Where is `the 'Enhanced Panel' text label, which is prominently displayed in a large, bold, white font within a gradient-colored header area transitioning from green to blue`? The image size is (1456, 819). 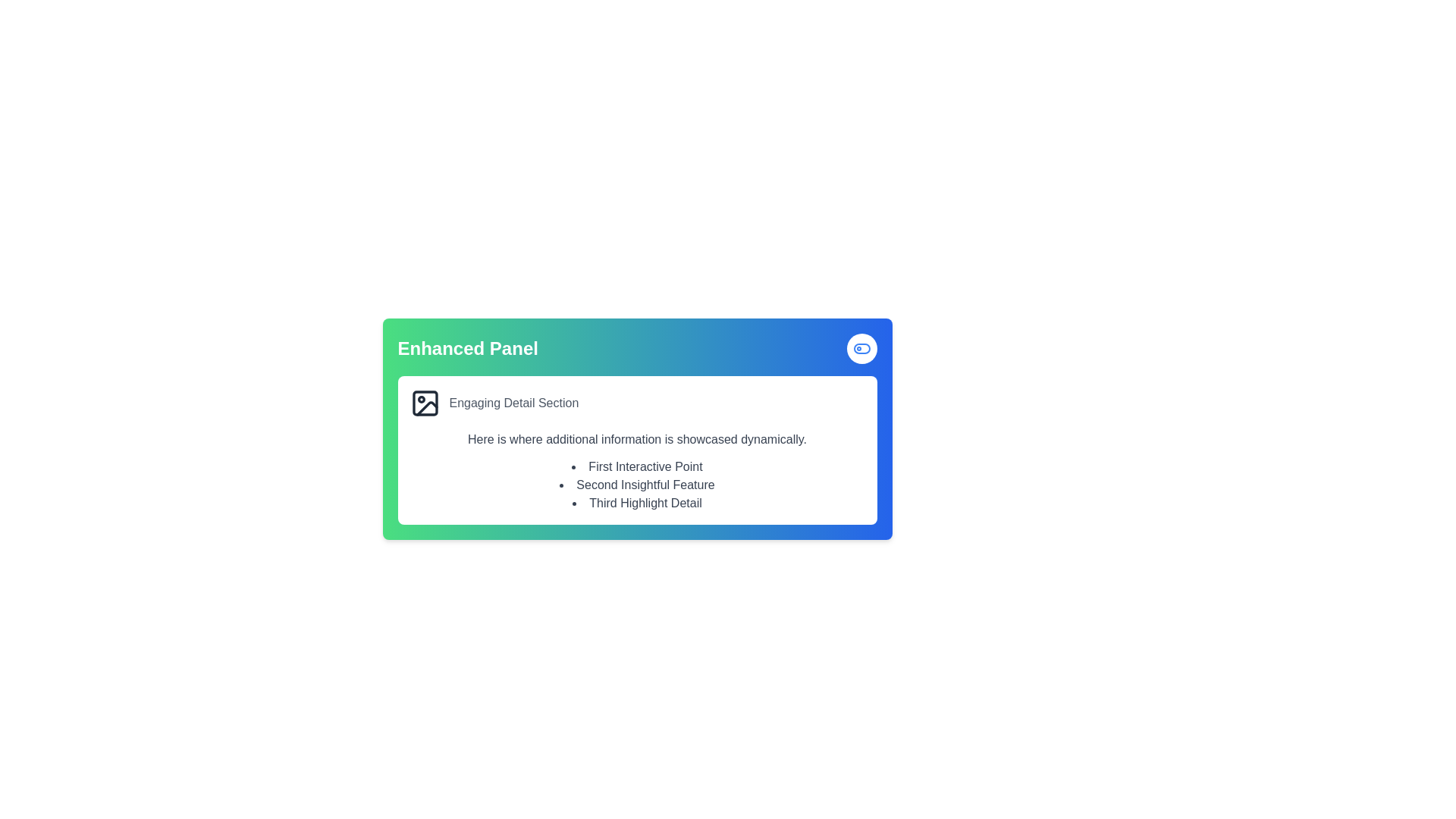 the 'Enhanced Panel' text label, which is prominently displayed in a large, bold, white font within a gradient-colored header area transitioning from green to blue is located at coordinates (467, 348).